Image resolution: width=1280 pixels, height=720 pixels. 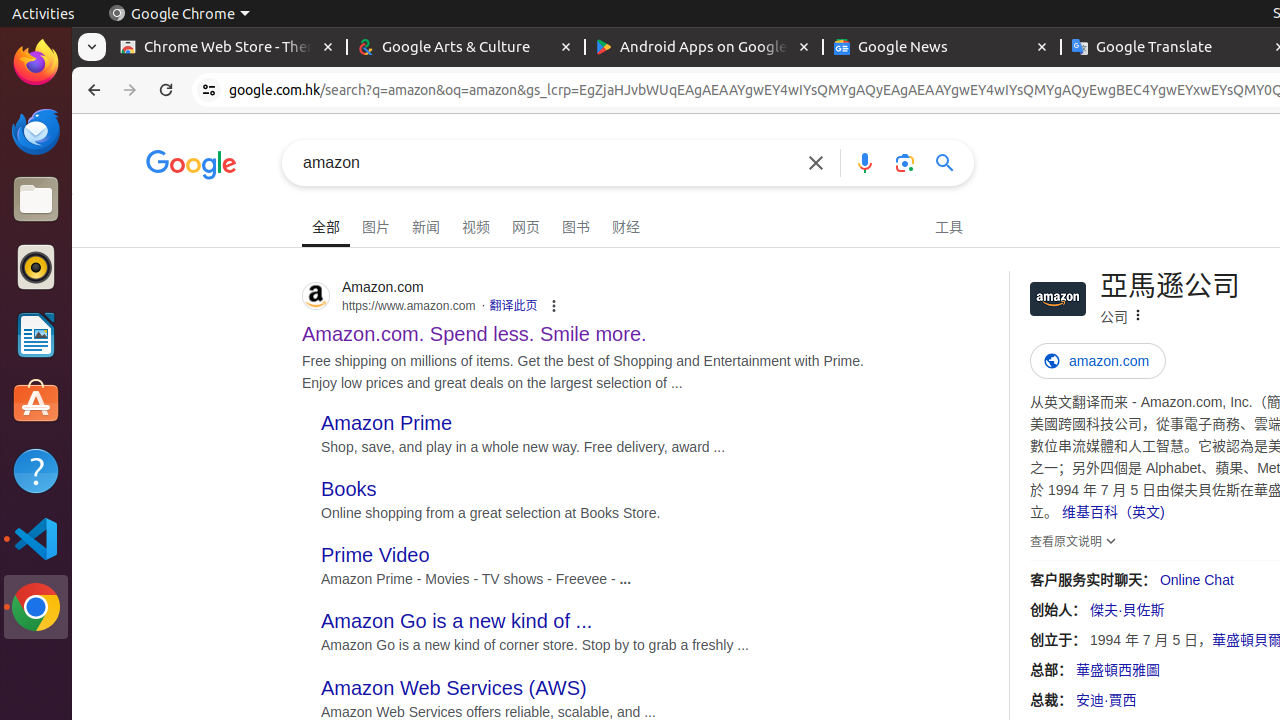 What do you see at coordinates (1057, 299) in the screenshot?
I see `'“亞馬遜公司”的缩略图图片'` at bounding box center [1057, 299].